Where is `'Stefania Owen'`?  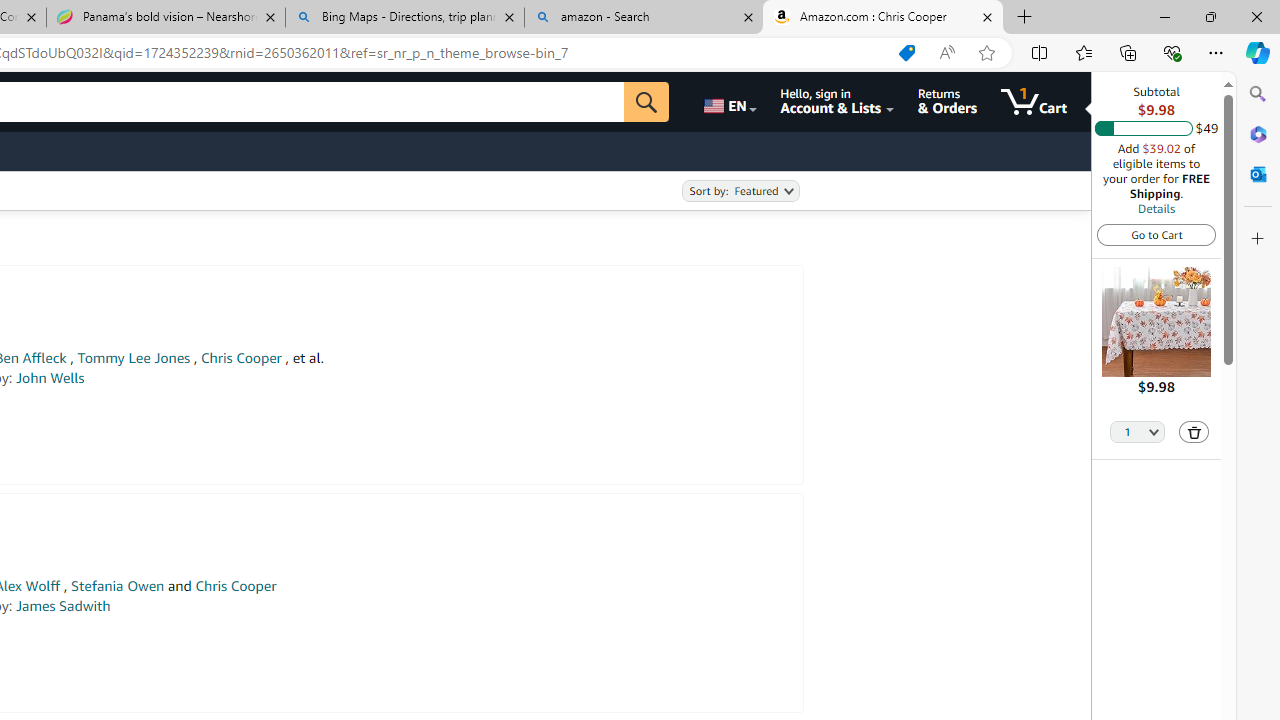 'Stefania Owen' is located at coordinates (116, 585).